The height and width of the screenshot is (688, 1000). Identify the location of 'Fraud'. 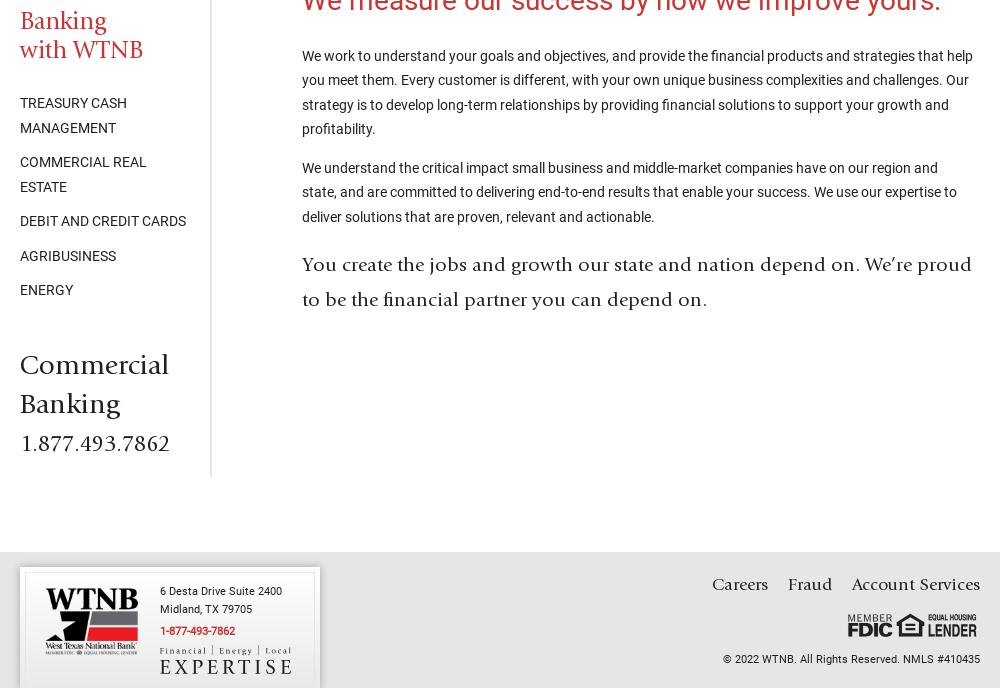
(810, 584).